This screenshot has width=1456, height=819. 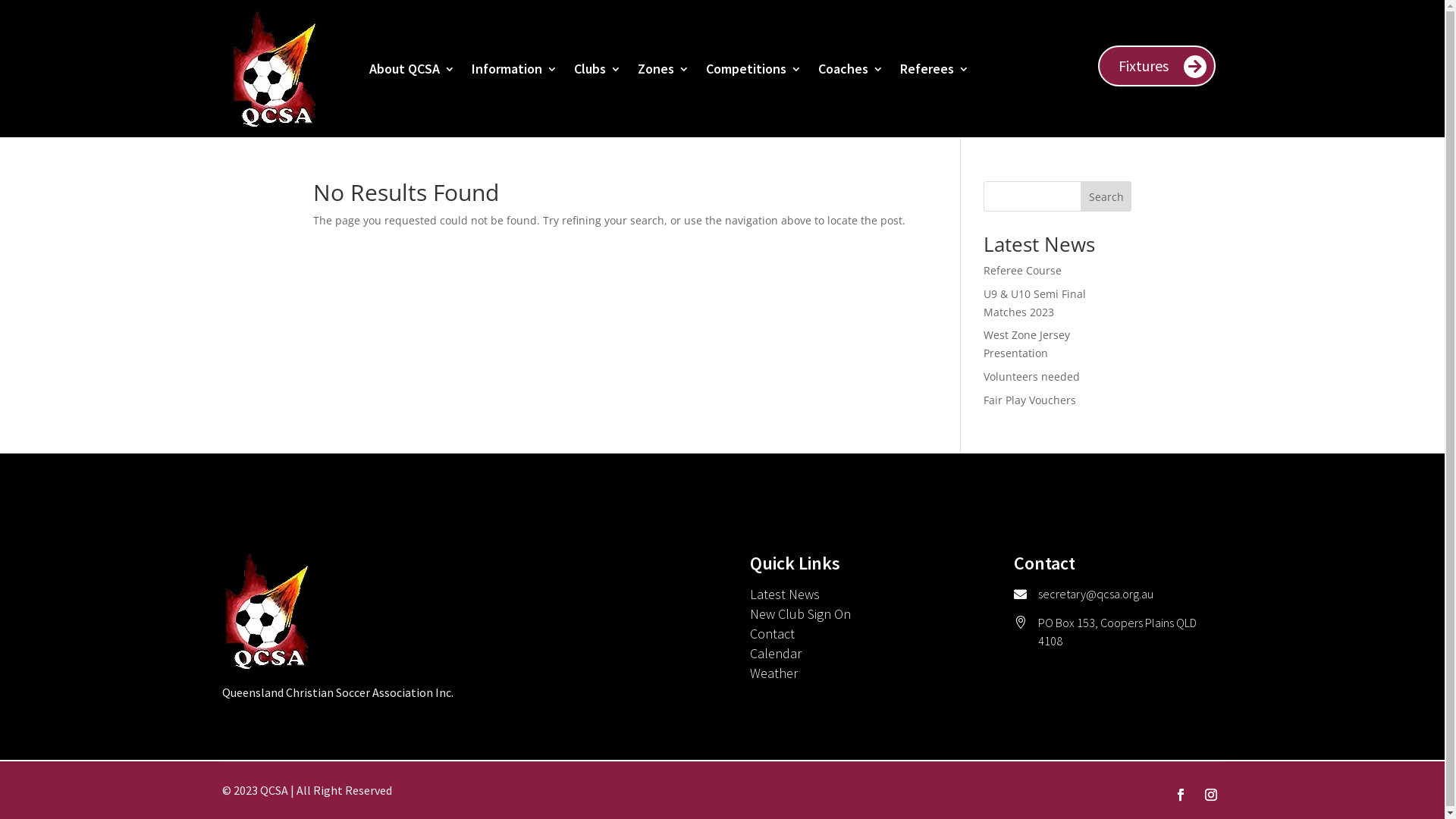 I want to click on 'Follow on Instagram', so click(x=1210, y=794).